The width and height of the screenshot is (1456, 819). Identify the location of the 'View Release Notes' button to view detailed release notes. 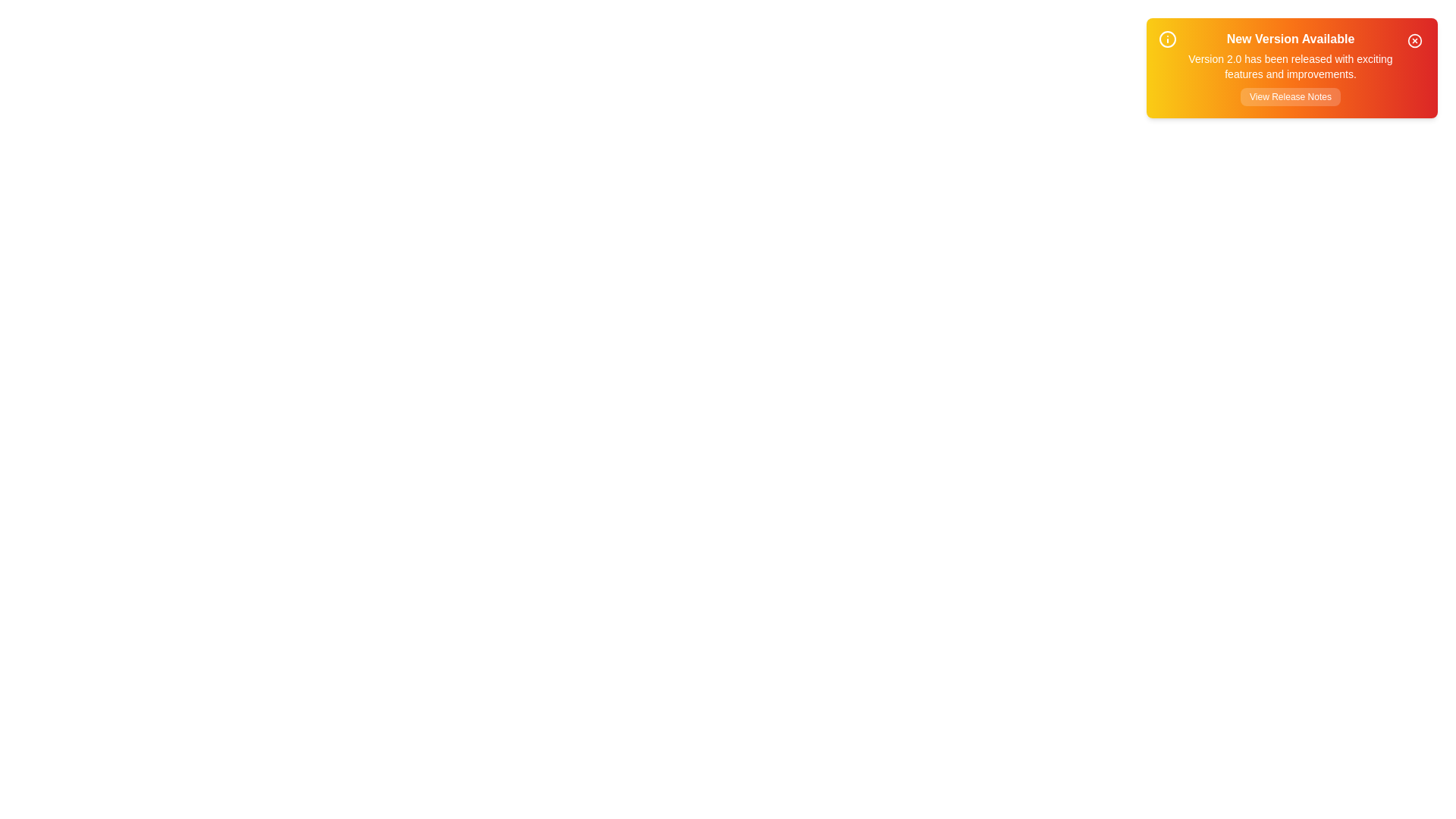
(1290, 96).